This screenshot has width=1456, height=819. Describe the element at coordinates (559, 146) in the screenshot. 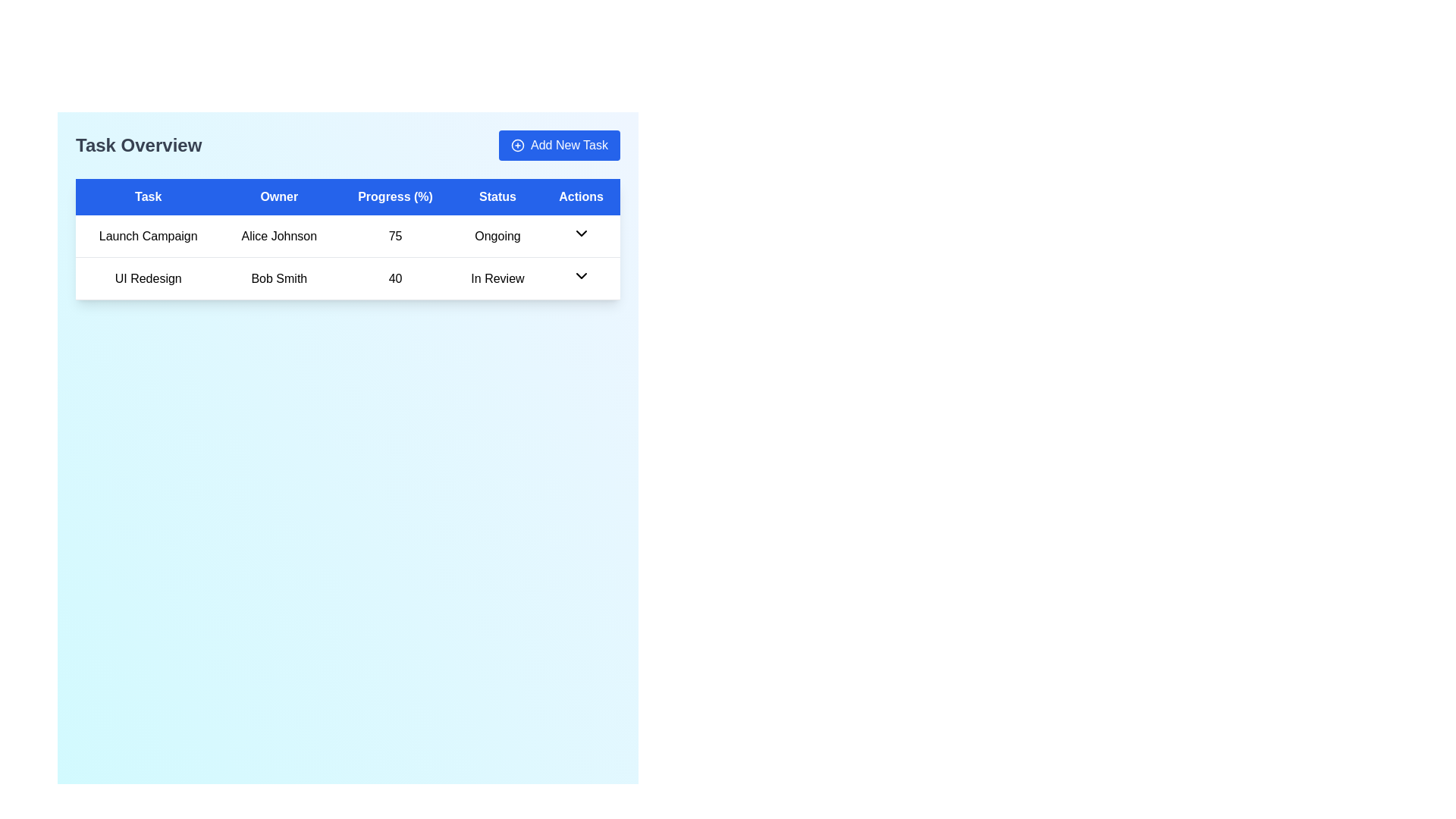

I see `the rectangular button with a blue background and white text reading 'Add New Task', located in the top-right corner of the header` at that location.